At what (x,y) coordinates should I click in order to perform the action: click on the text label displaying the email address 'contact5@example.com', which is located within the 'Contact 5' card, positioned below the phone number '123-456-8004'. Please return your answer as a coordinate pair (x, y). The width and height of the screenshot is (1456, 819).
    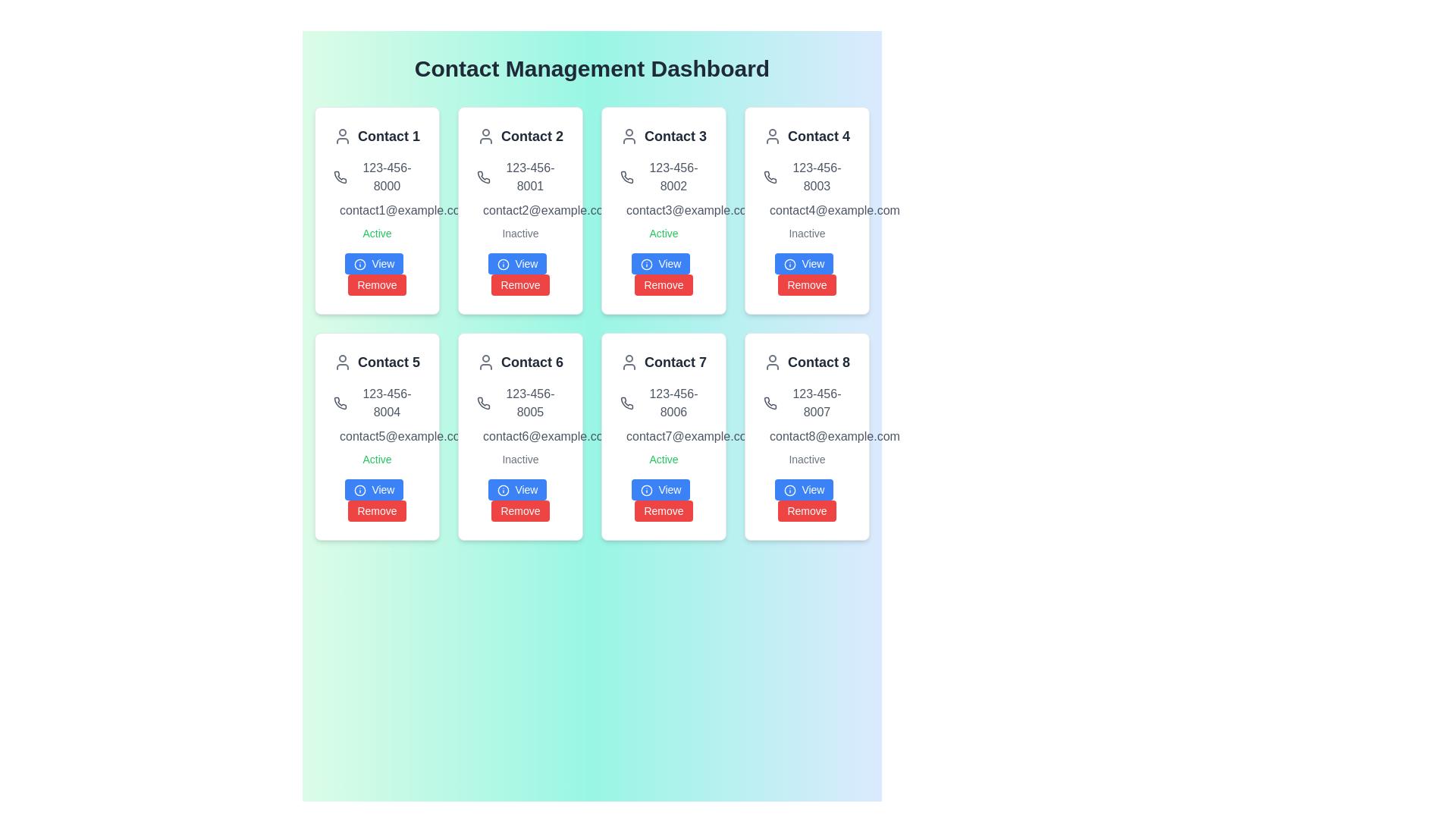
    Looking at the image, I should click on (377, 436).